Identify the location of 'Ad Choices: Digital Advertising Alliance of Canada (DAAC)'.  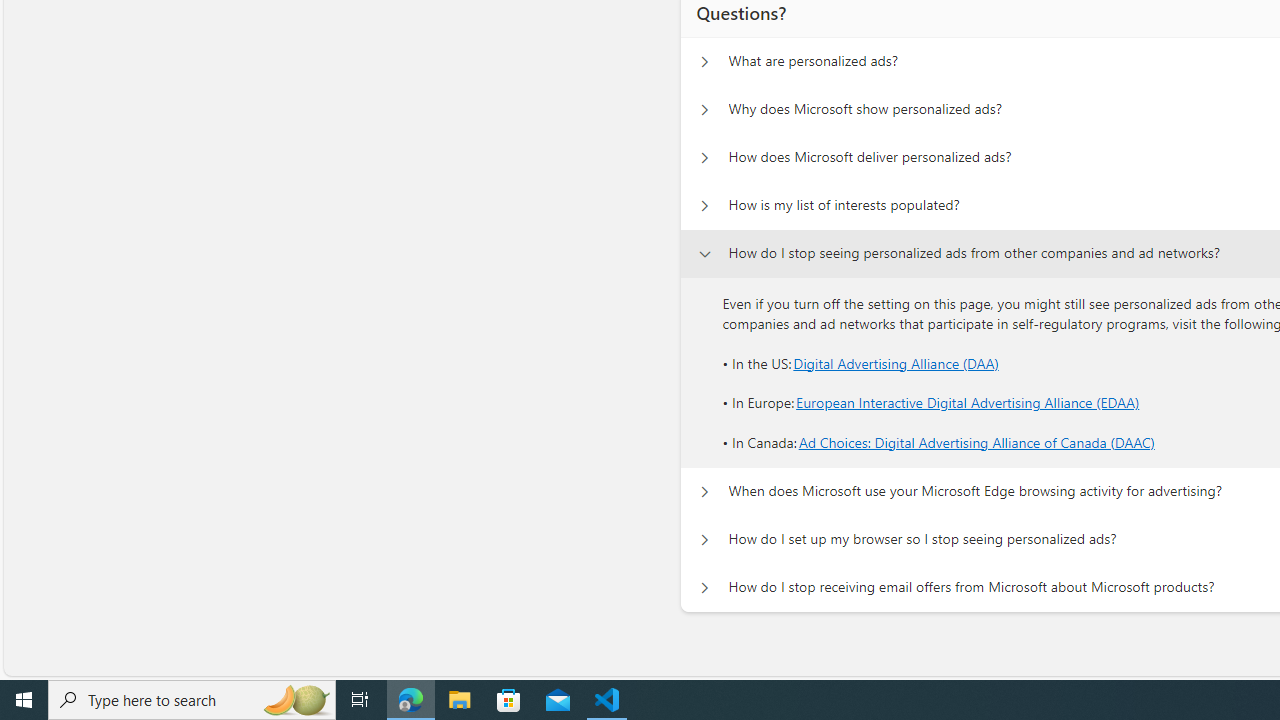
(976, 441).